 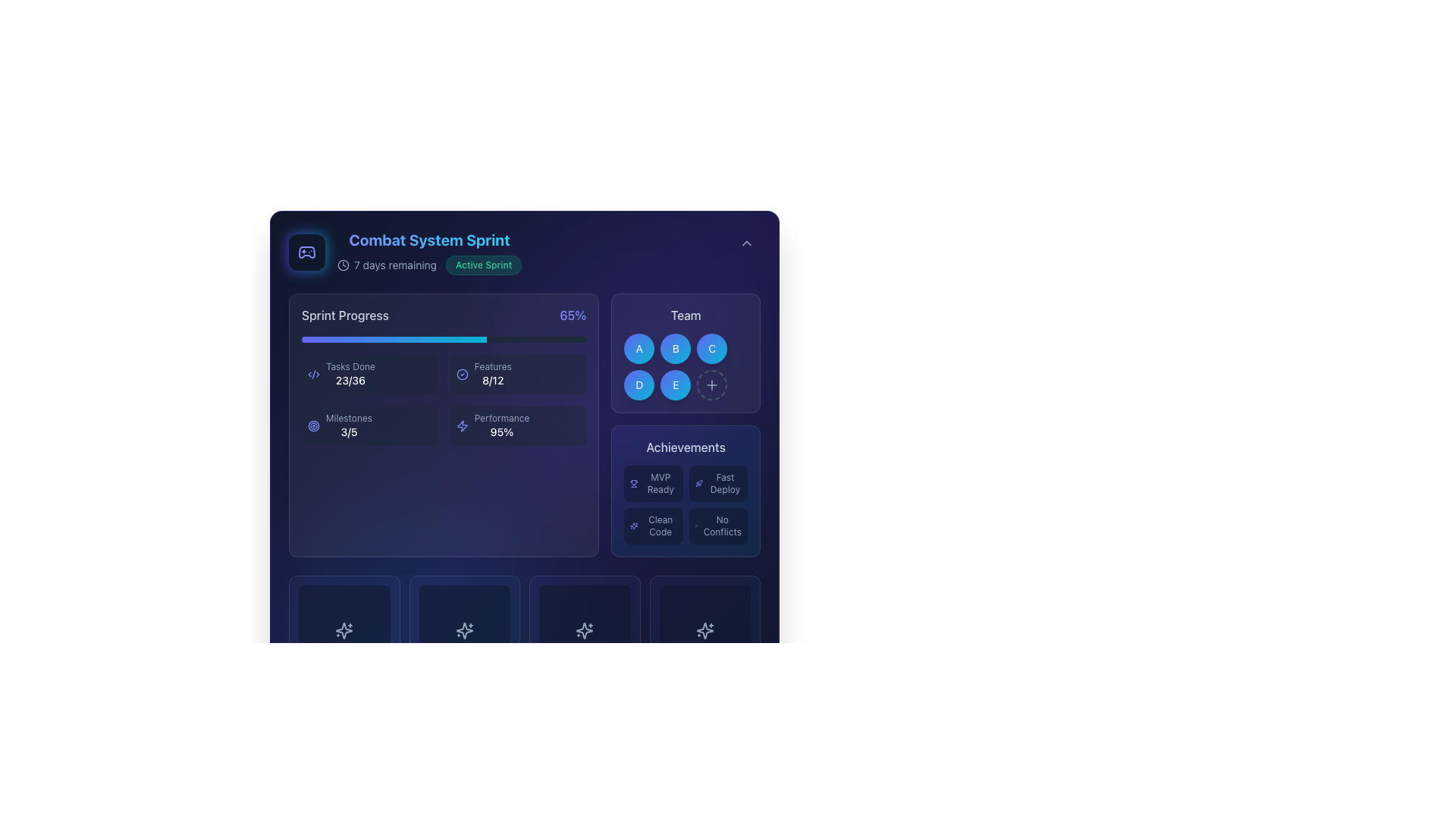 I want to click on the decorative icon representing success, located as the left-most element in the bottom row of the grid, below the Sprint Progress and Achievements sections, so click(x=344, y=631).